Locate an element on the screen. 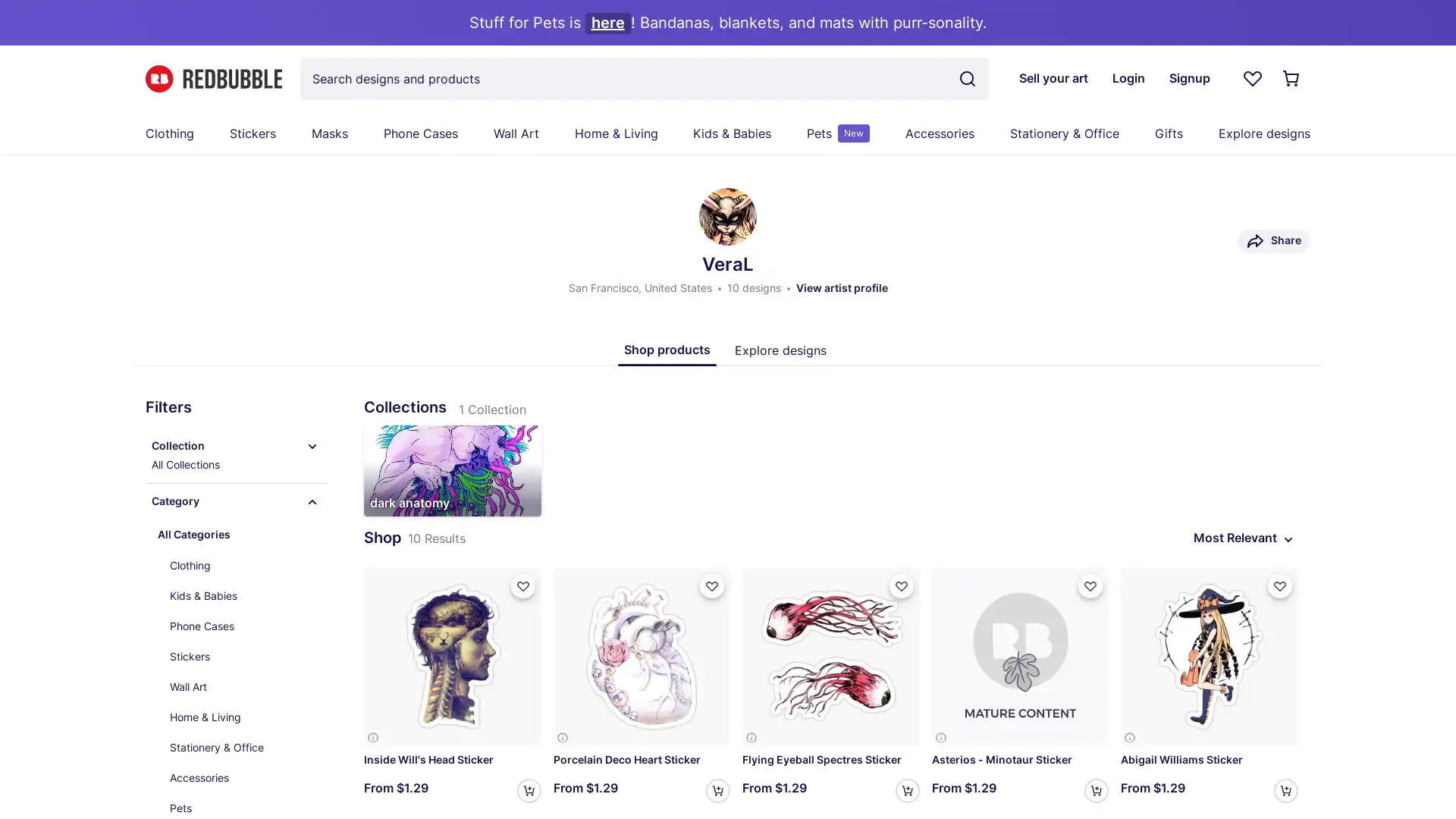 The width and height of the screenshot is (1456, 819). Wall Art is located at coordinates (243, 687).